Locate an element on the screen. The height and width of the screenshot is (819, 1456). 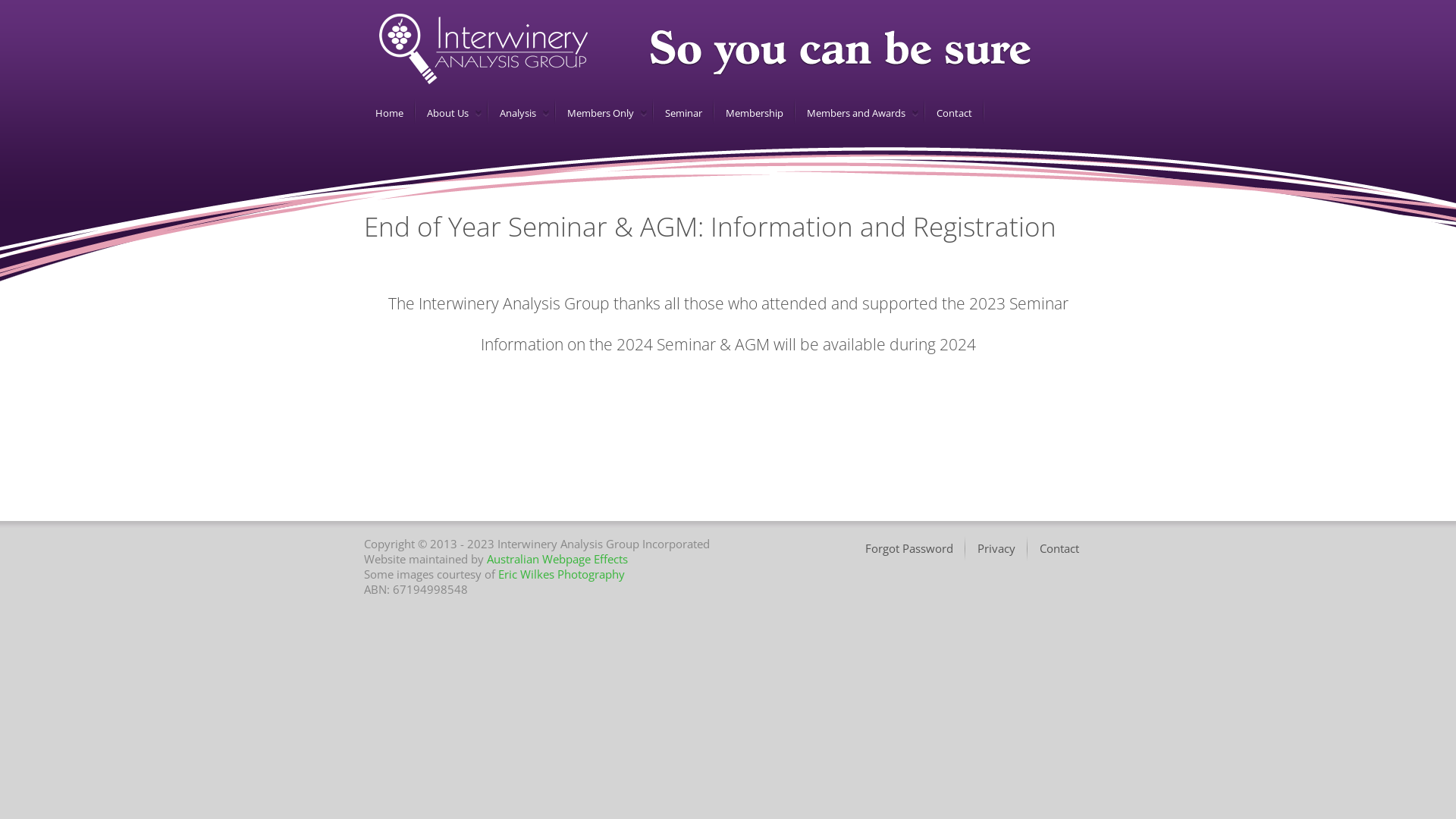
'Members Only' is located at coordinates (597, 112).